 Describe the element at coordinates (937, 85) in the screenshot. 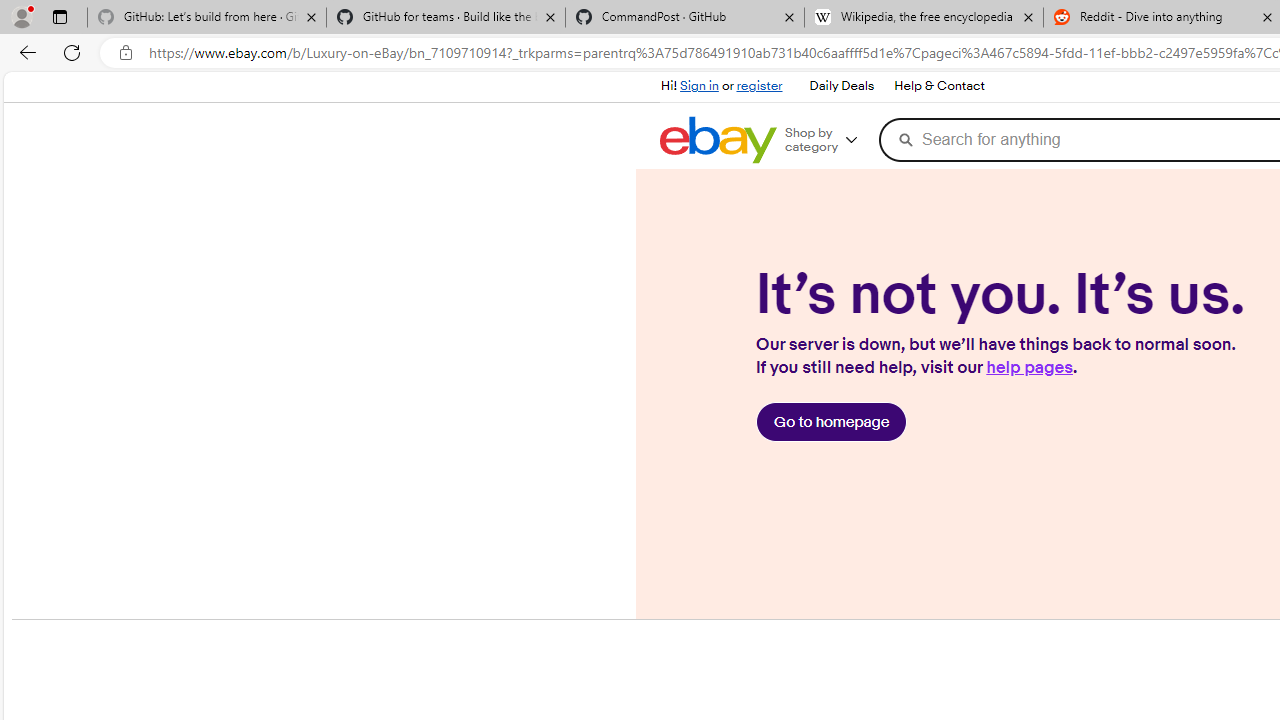

I see `'Help & Contact'` at that location.